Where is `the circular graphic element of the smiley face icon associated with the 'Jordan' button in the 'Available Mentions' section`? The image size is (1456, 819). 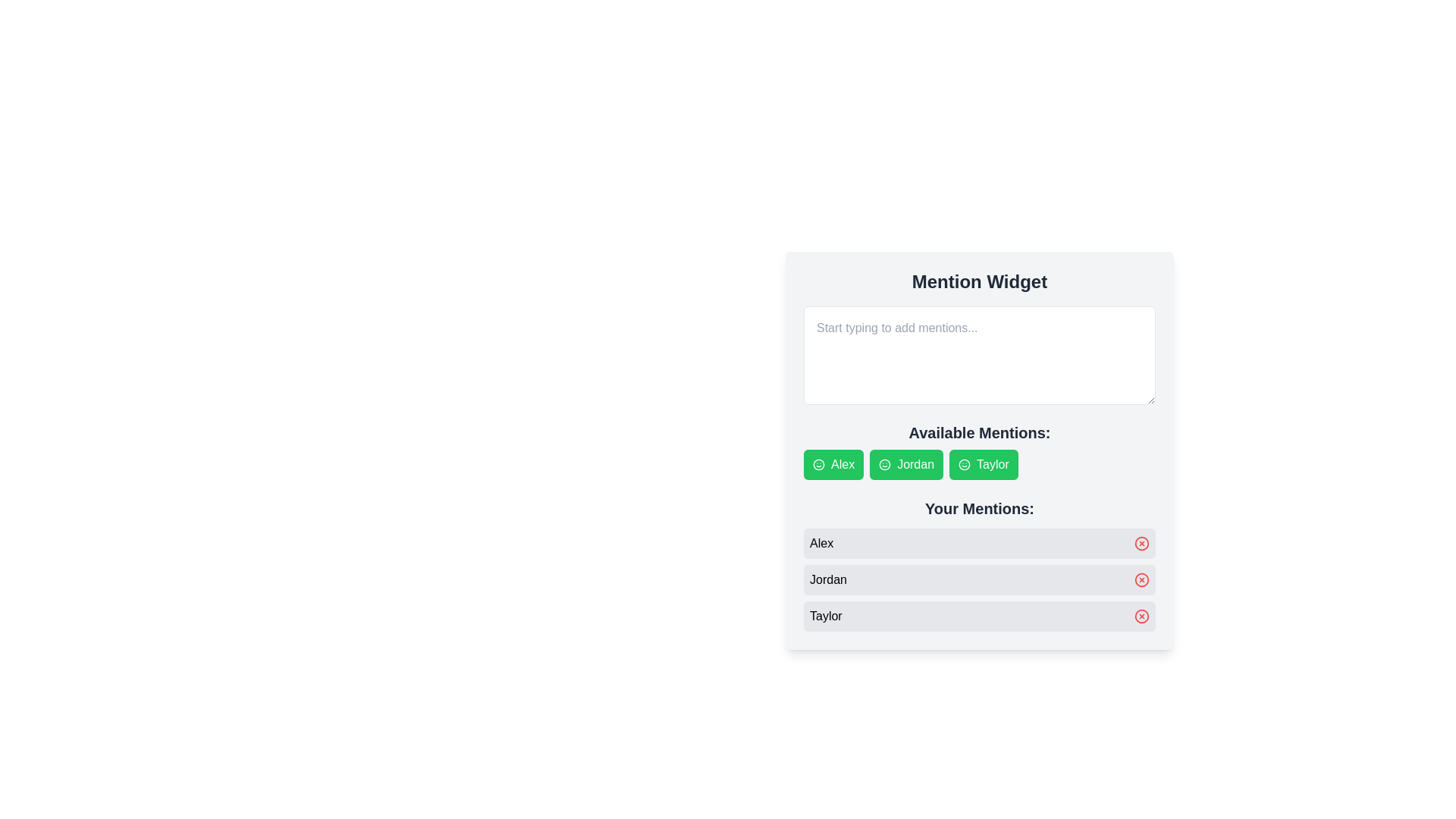 the circular graphic element of the smiley face icon associated with the 'Jordan' button in the 'Available Mentions' section is located at coordinates (885, 464).